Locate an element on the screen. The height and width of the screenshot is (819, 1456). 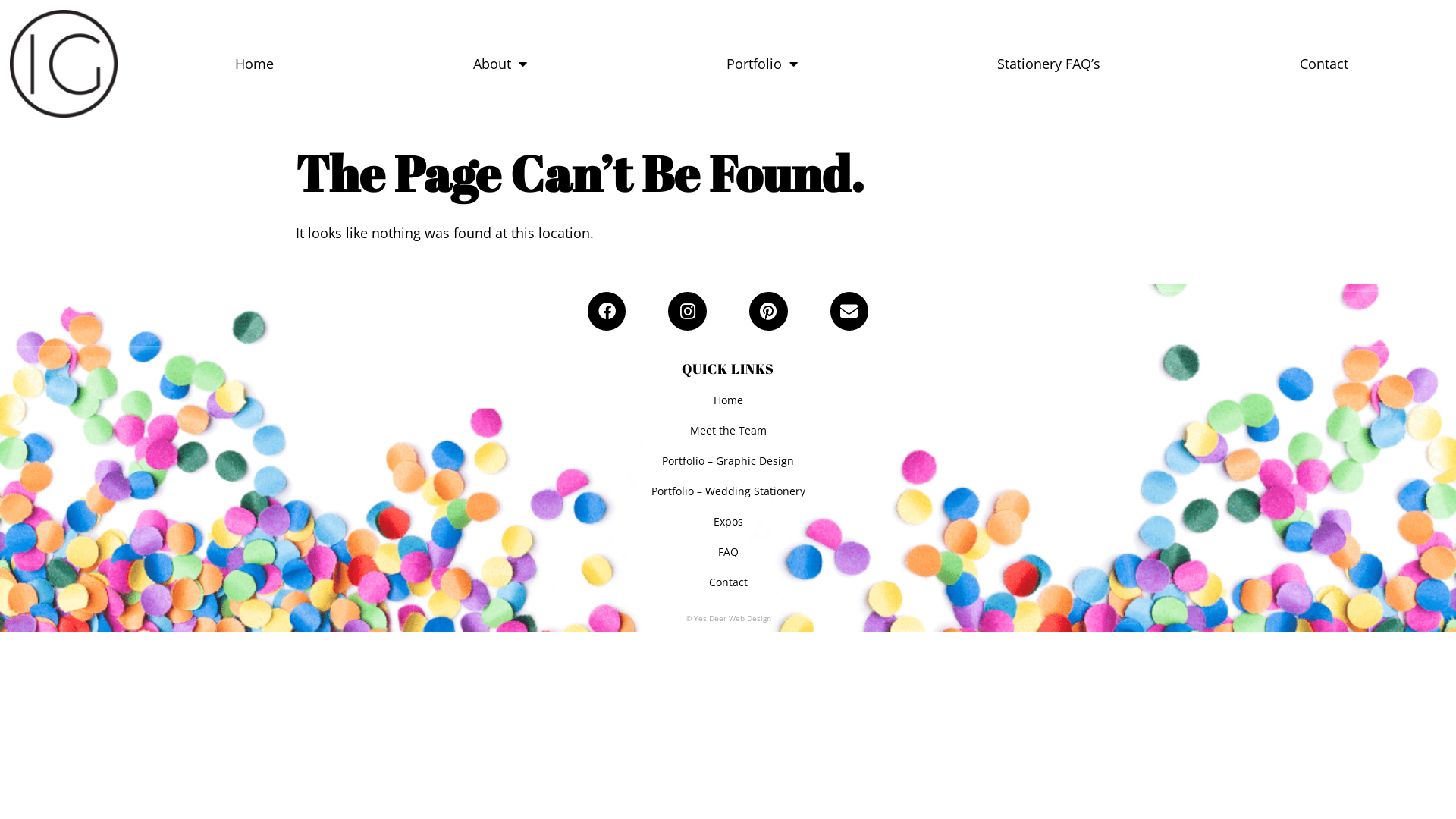
'FAQ' is located at coordinates (728, 552).